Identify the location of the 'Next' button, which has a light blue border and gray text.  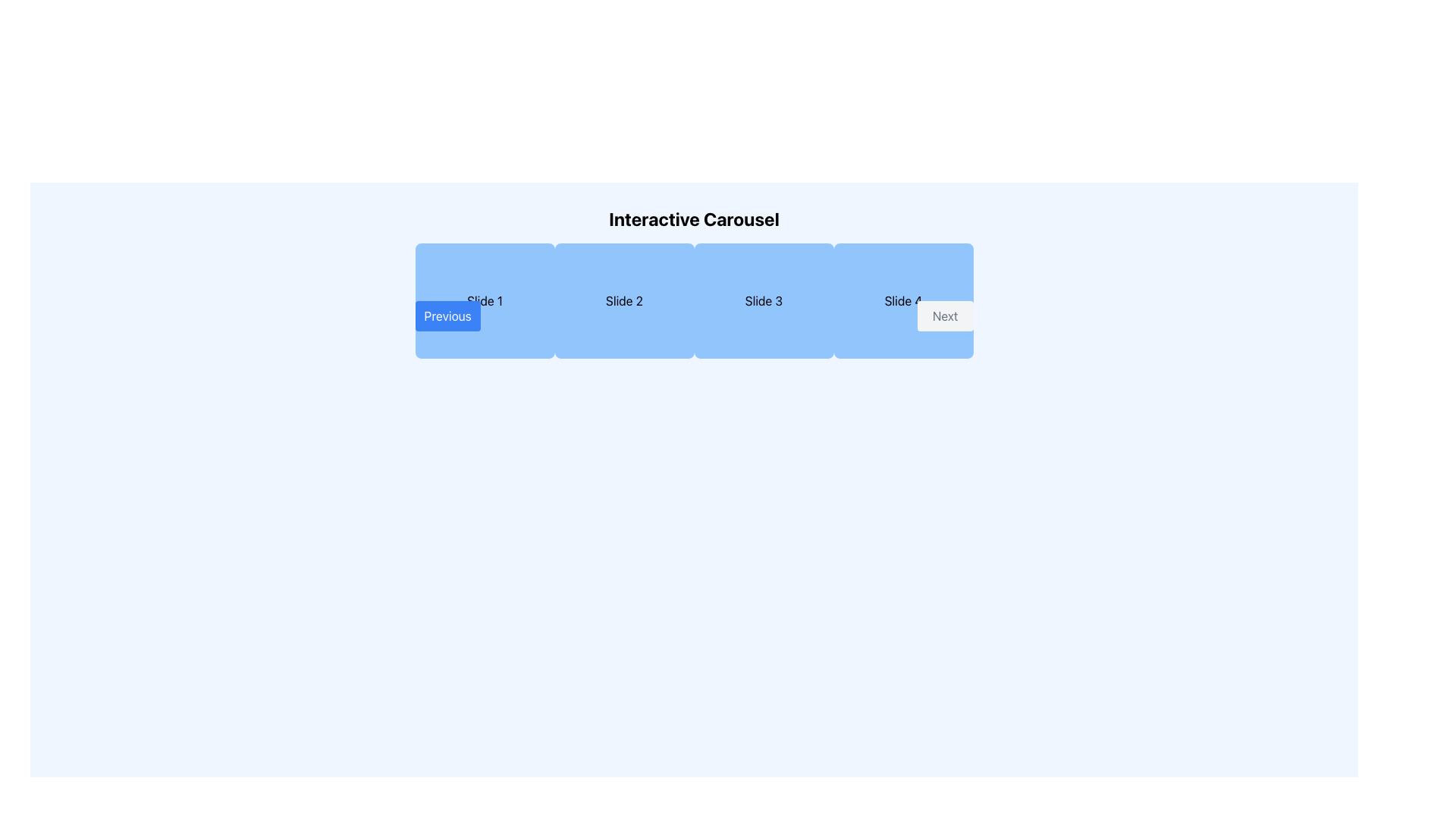
(944, 315).